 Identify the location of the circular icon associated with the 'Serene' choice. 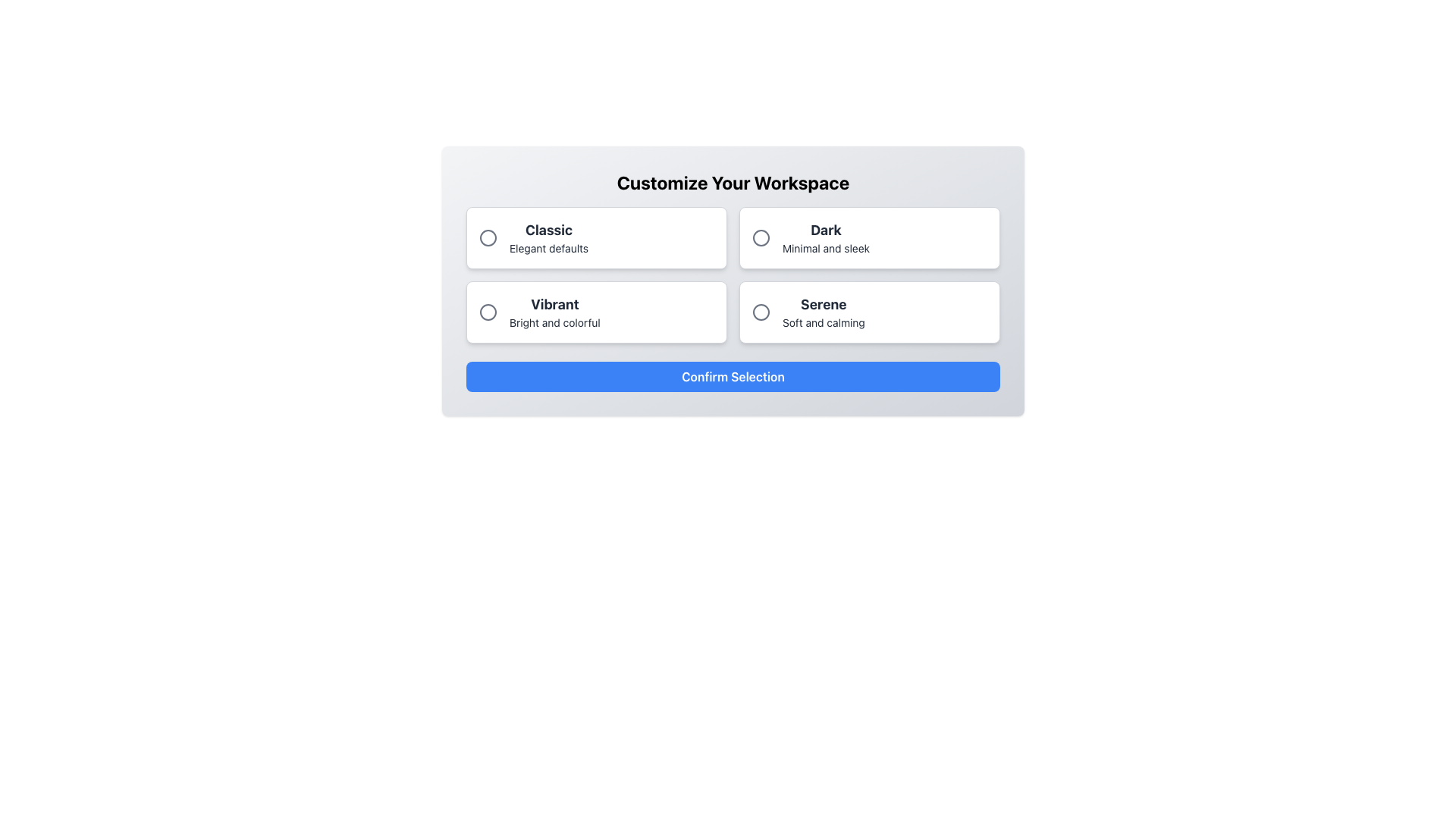
(761, 312).